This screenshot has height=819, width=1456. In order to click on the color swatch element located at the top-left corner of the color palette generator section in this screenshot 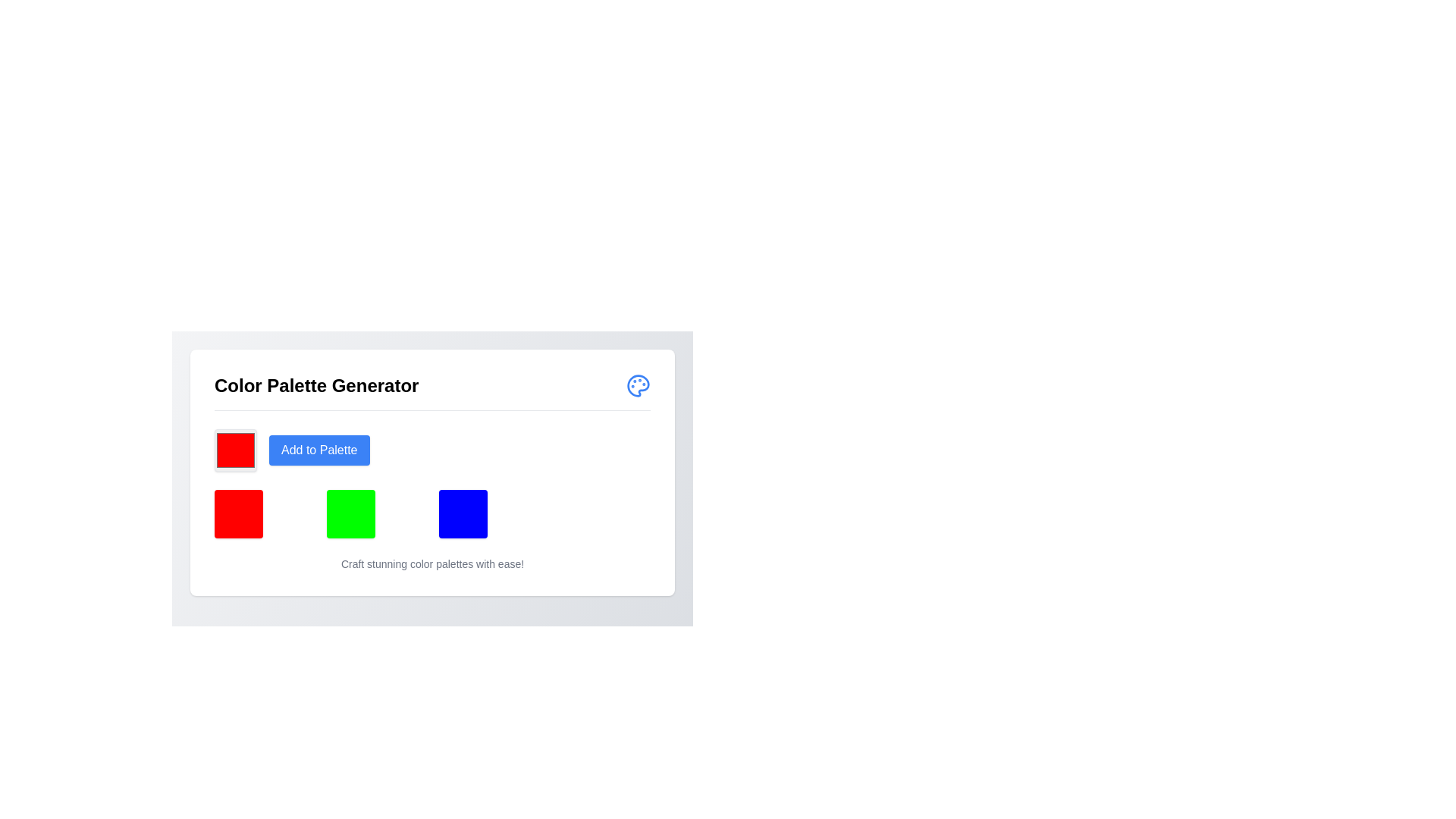, I will do `click(235, 450)`.